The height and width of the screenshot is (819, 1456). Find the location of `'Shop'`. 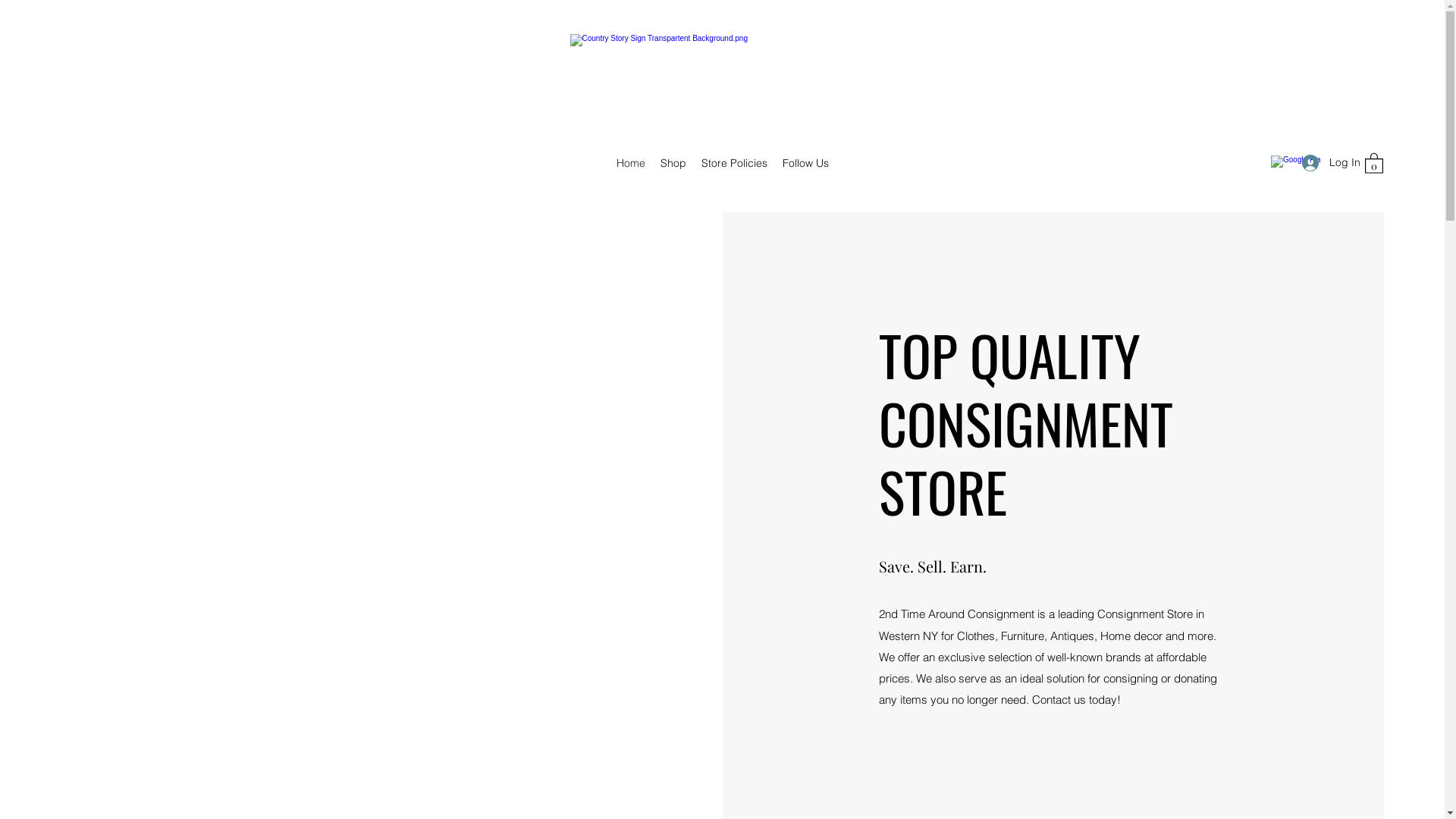

'Shop' is located at coordinates (672, 163).